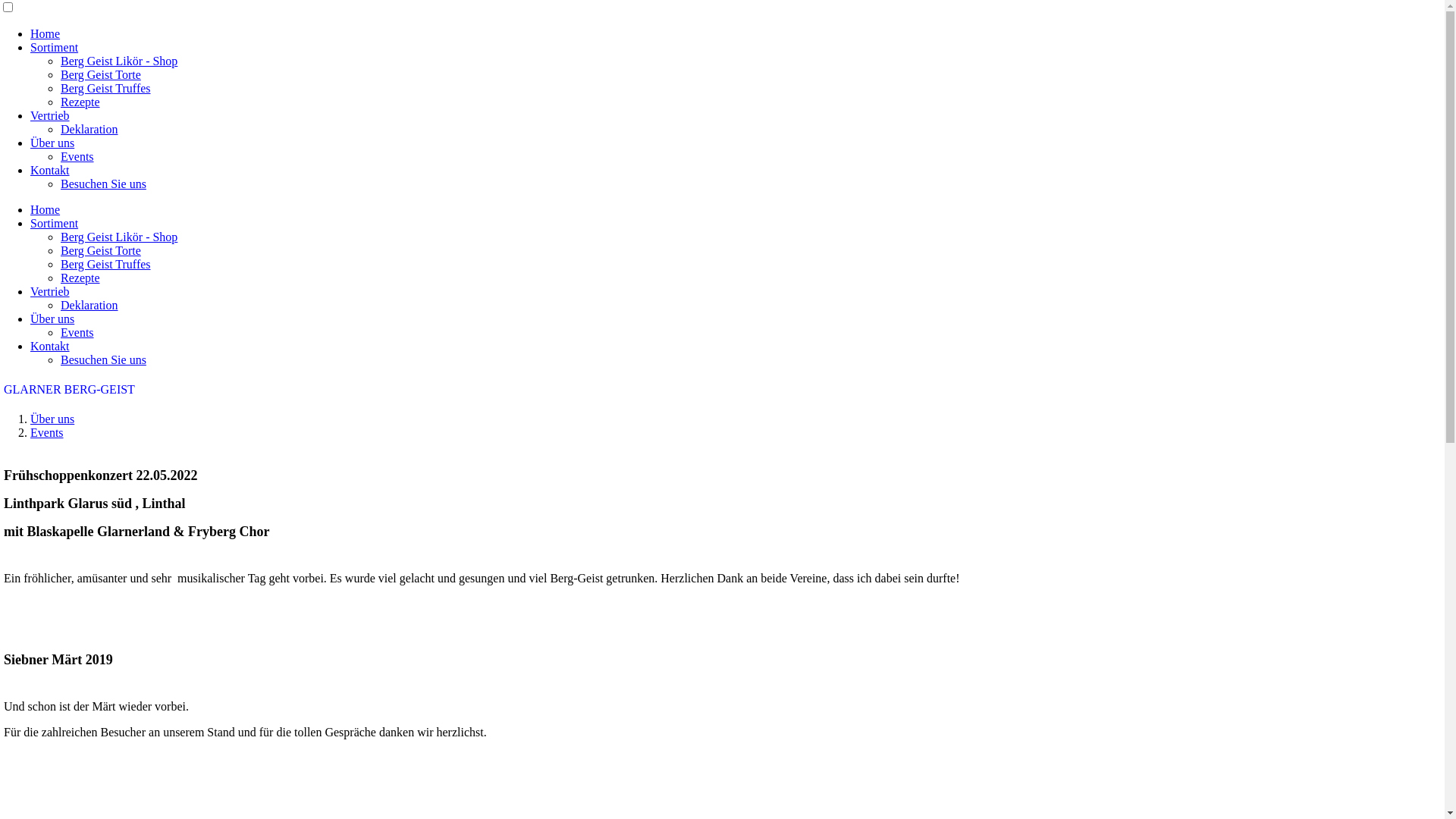  I want to click on 'Rezepte', so click(79, 102).